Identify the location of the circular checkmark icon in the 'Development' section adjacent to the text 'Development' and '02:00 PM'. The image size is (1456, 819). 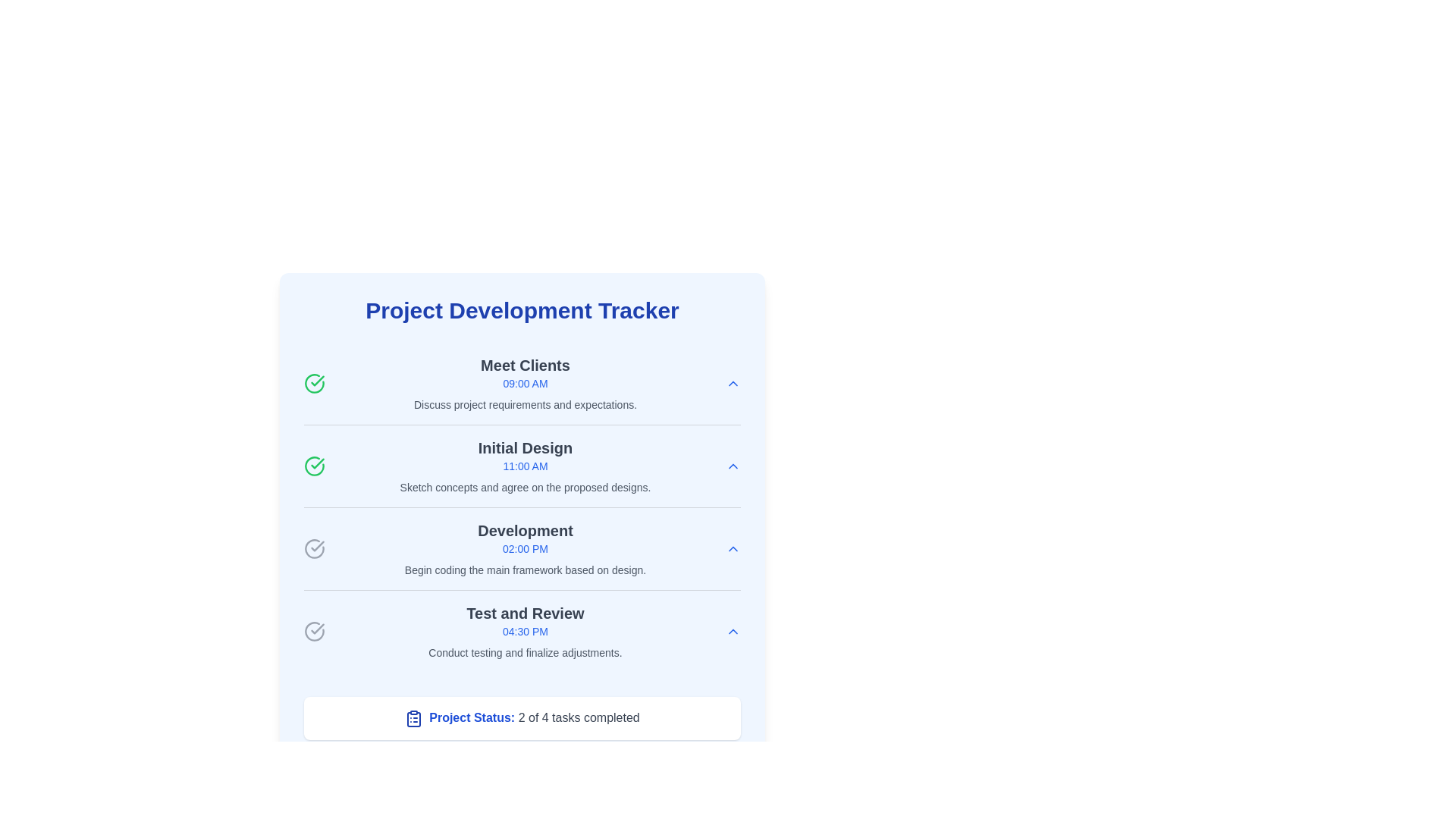
(313, 549).